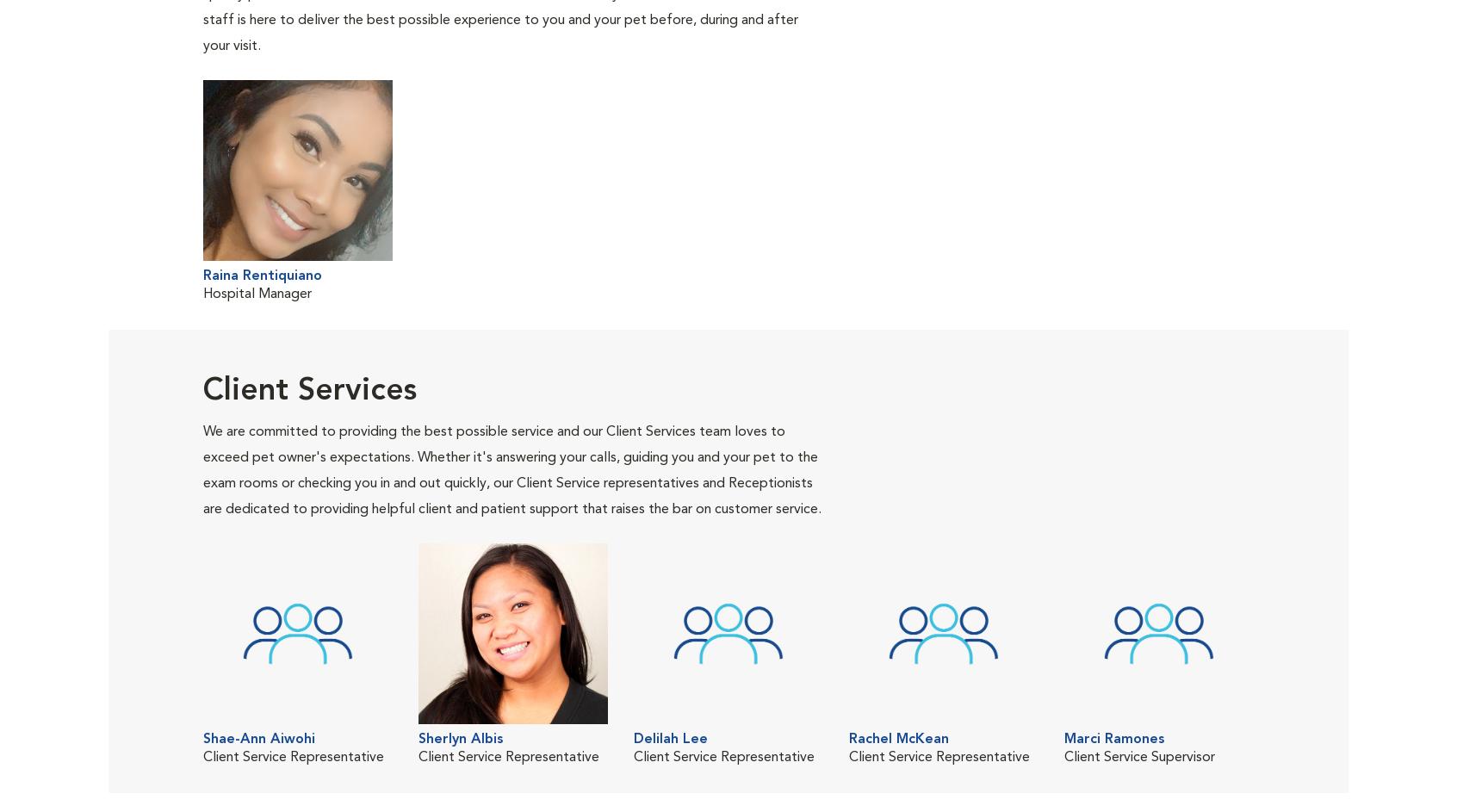  Describe the element at coordinates (670, 739) in the screenshot. I see `'Delilah Lee'` at that location.